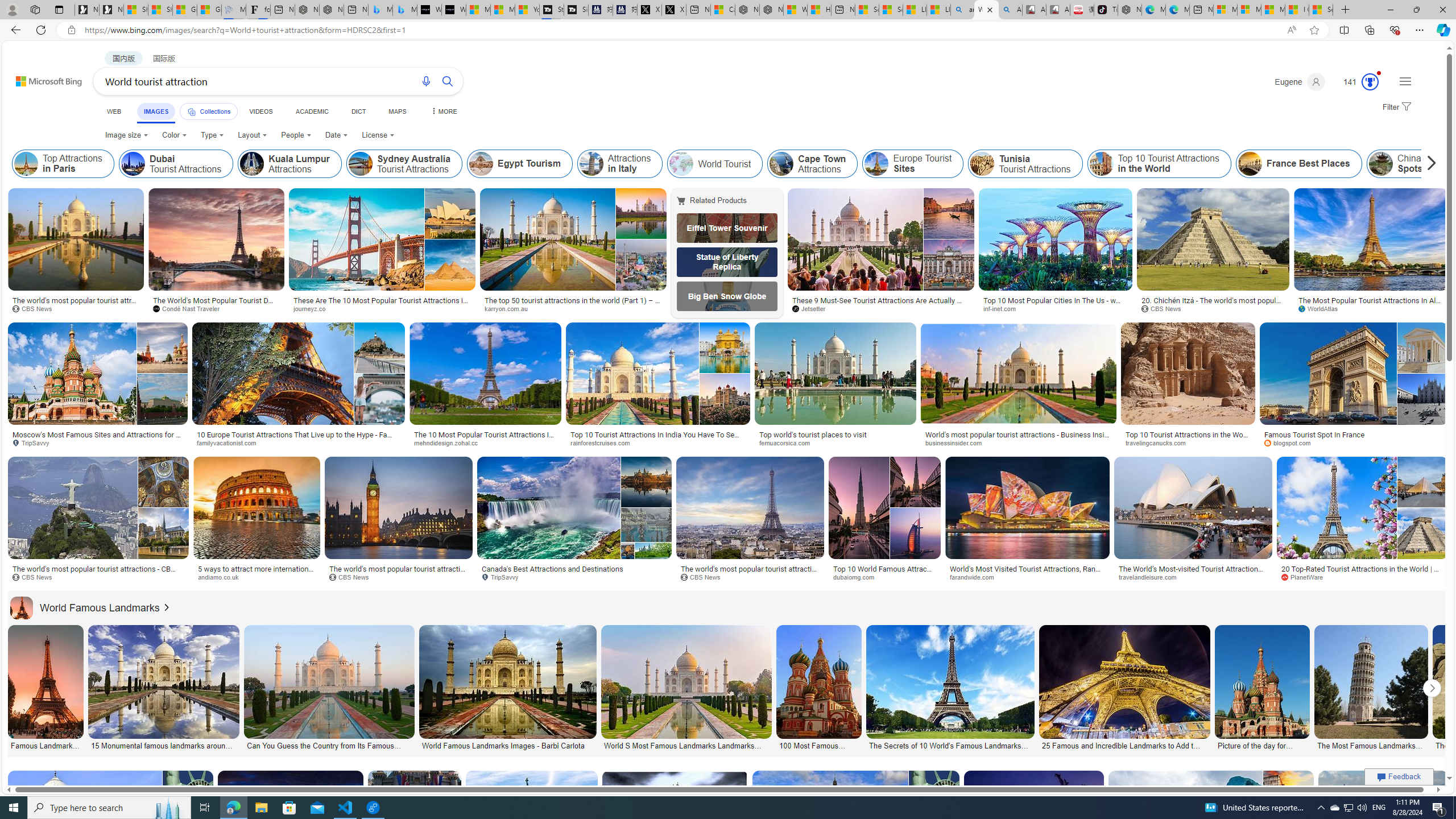  What do you see at coordinates (1428, 163) in the screenshot?
I see `'Scroll right'` at bounding box center [1428, 163].